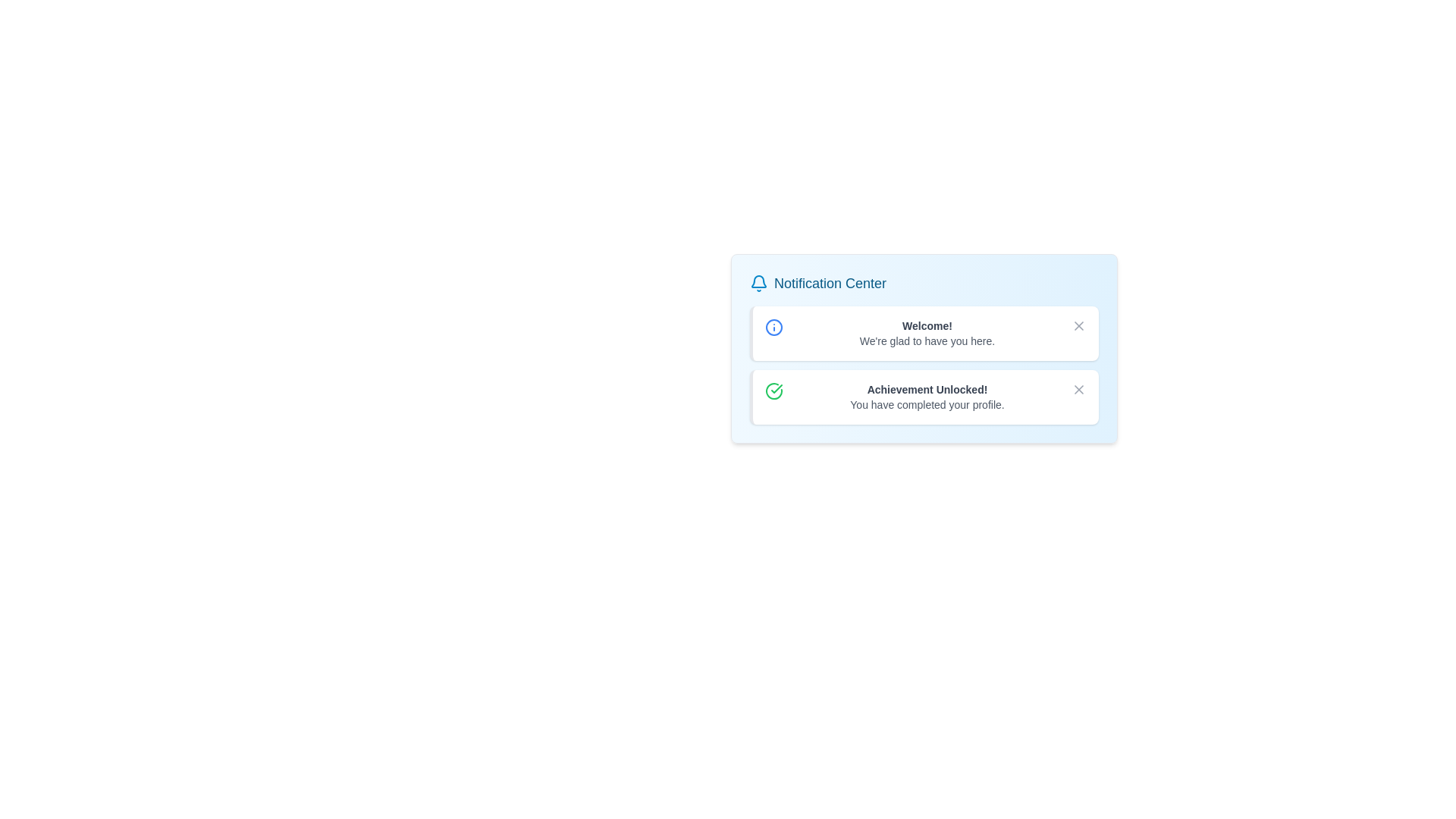  What do you see at coordinates (927, 397) in the screenshot?
I see `the text block that displays 'Achievement Unlocked!' in bold and 'You have completed your profile.' in regular font, located in the center-right of the notification interface` at bounding box center [927, 397].